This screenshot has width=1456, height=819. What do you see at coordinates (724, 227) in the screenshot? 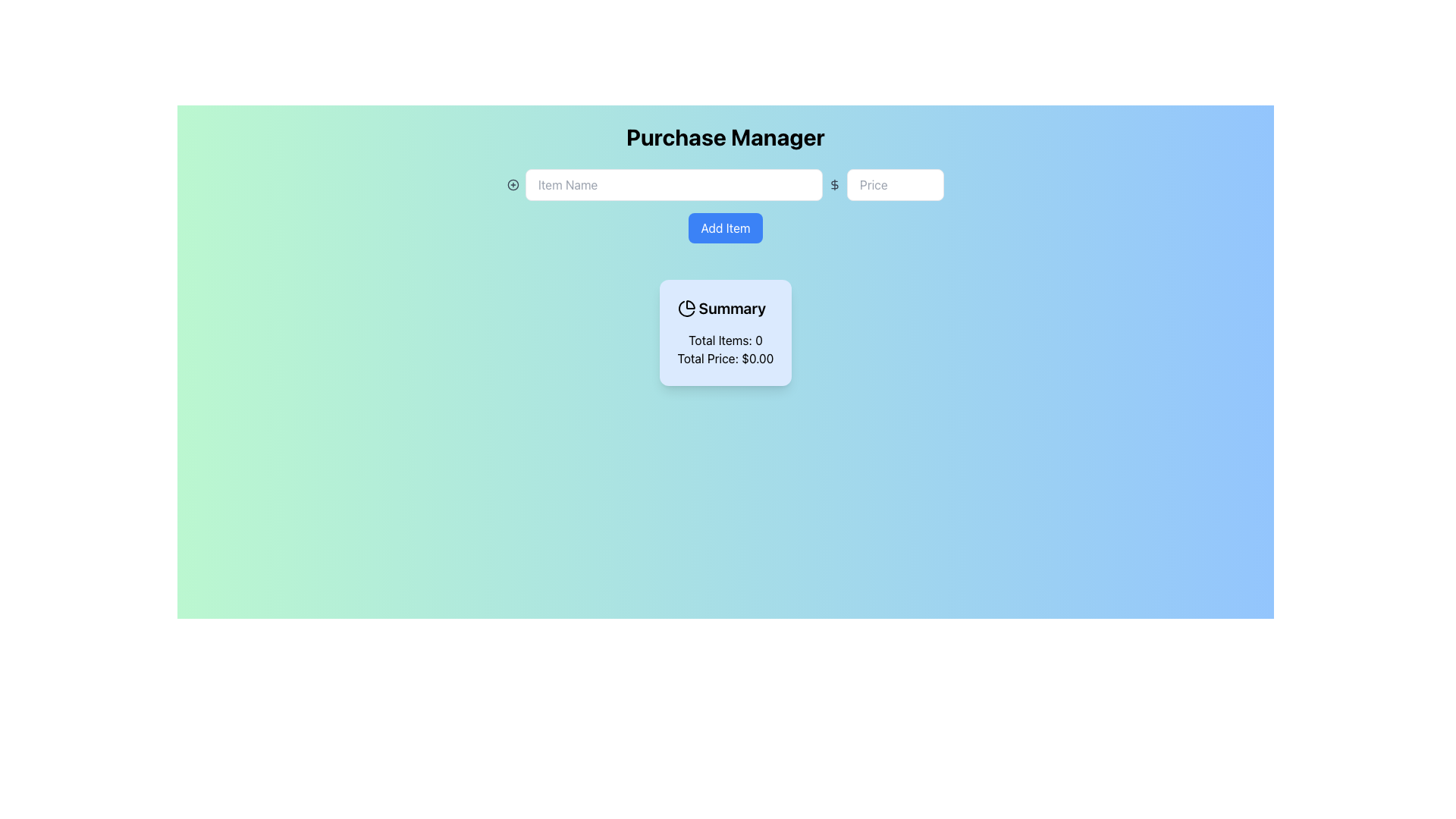
I see `the 'Add Item' button located below the 'Item Name' and 'Price' input fields in the 'Purchase Manager' interface` at bounding box center [724, 227].